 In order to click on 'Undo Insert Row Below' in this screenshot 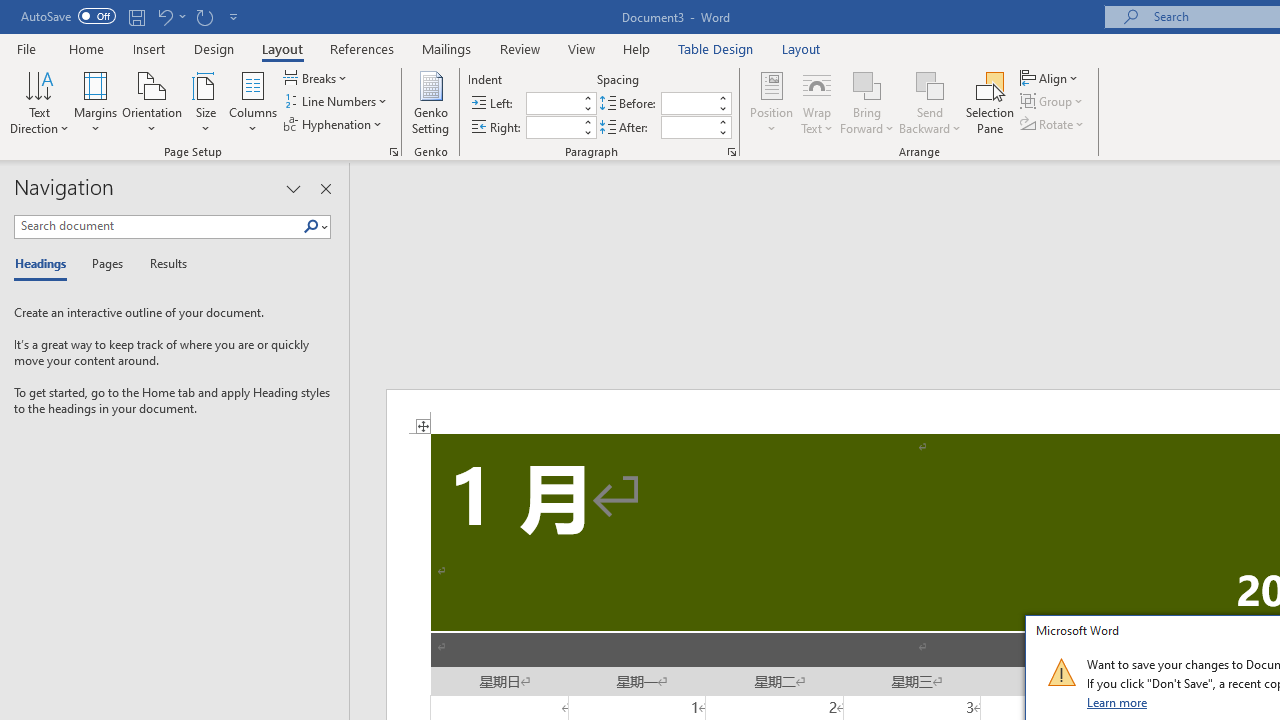, I will do `click(170, 16)`.